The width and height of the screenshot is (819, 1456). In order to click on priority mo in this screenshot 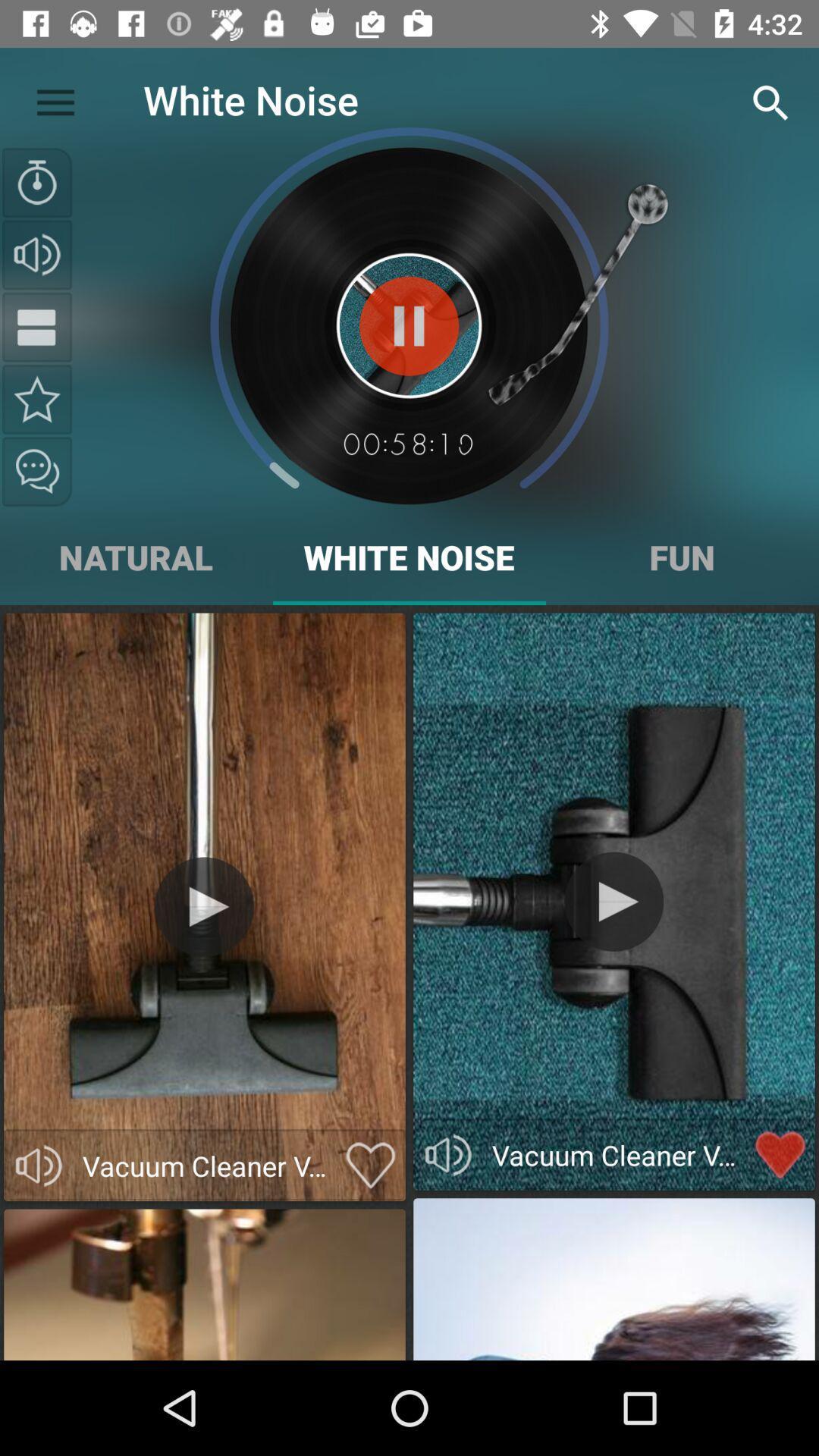, I will do `click(36, 399)`.